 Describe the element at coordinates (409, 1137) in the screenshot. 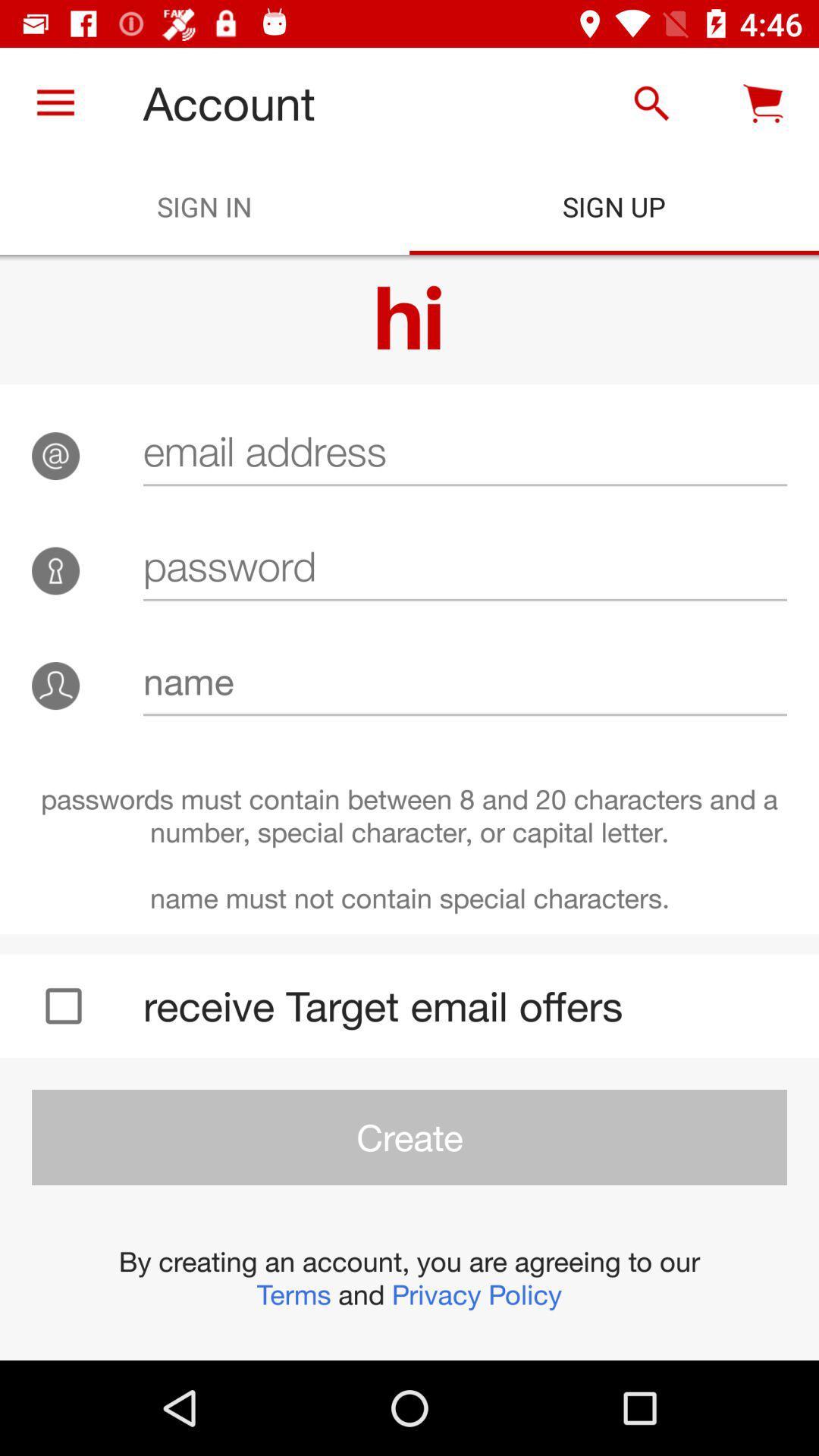

I see `the create item` at that location.